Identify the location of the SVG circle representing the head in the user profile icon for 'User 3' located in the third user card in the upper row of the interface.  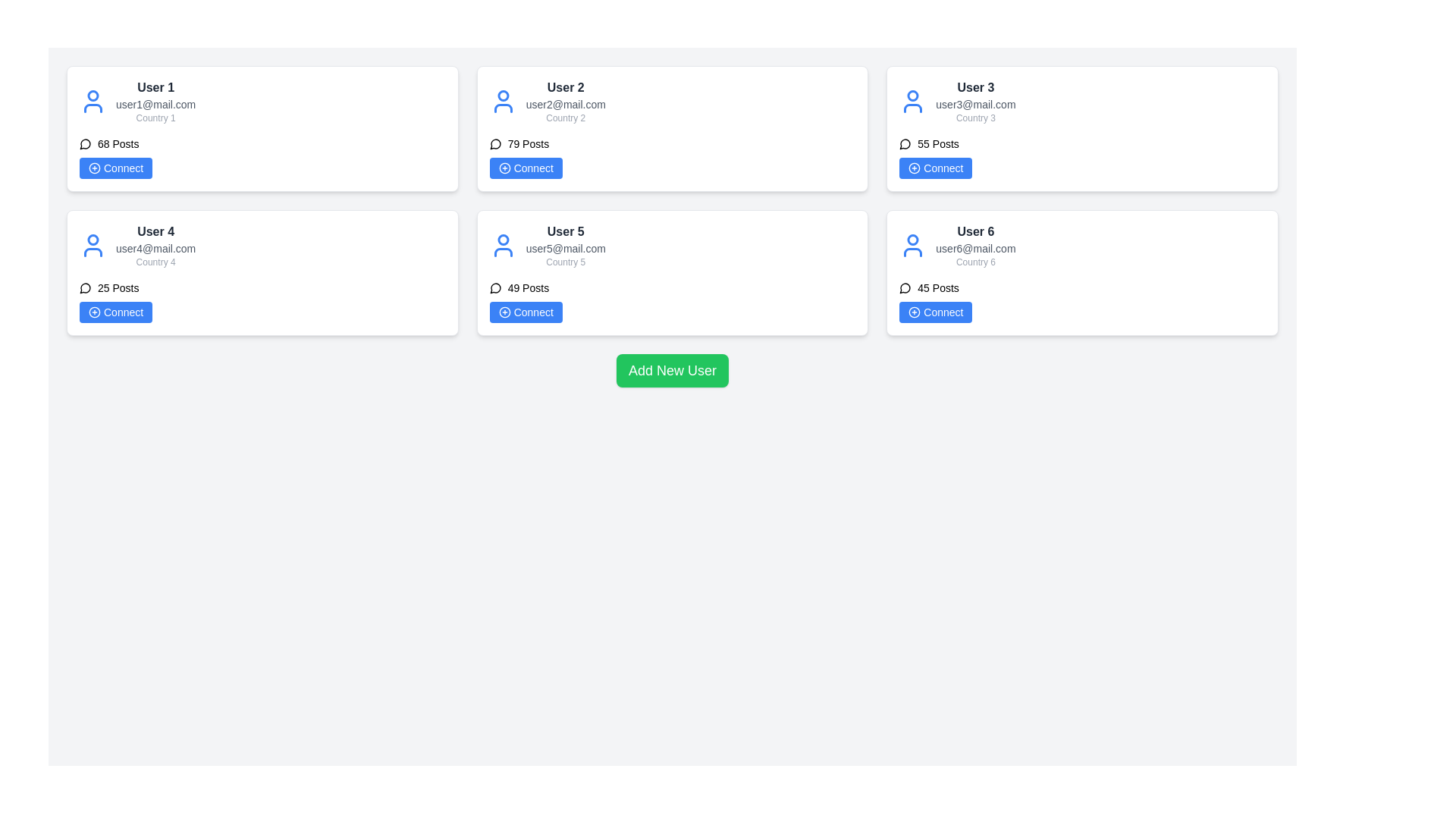
(912, 96).